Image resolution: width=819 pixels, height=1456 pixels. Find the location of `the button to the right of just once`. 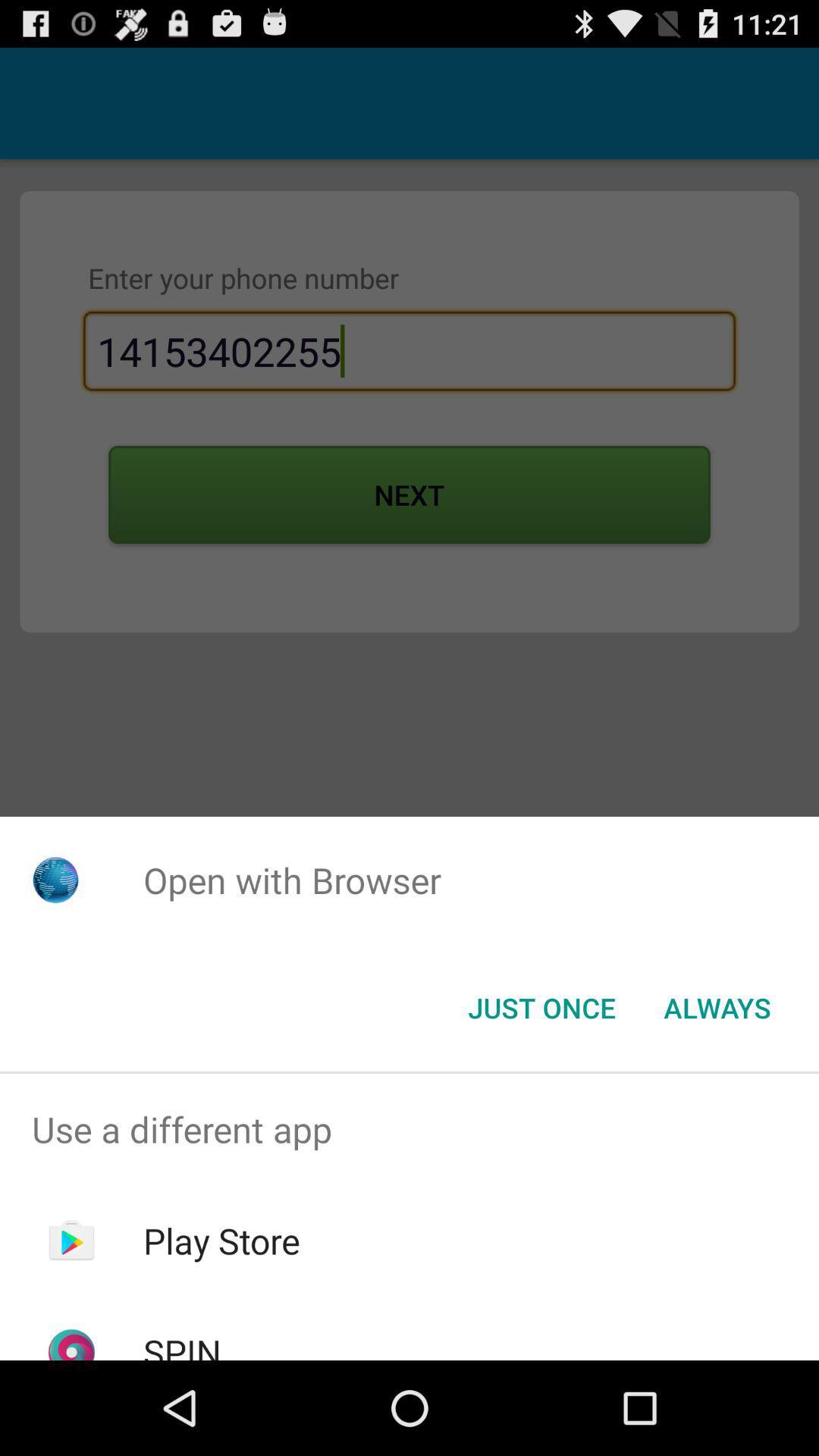

the button to the right of just once is located at coordinates (717, 1008).